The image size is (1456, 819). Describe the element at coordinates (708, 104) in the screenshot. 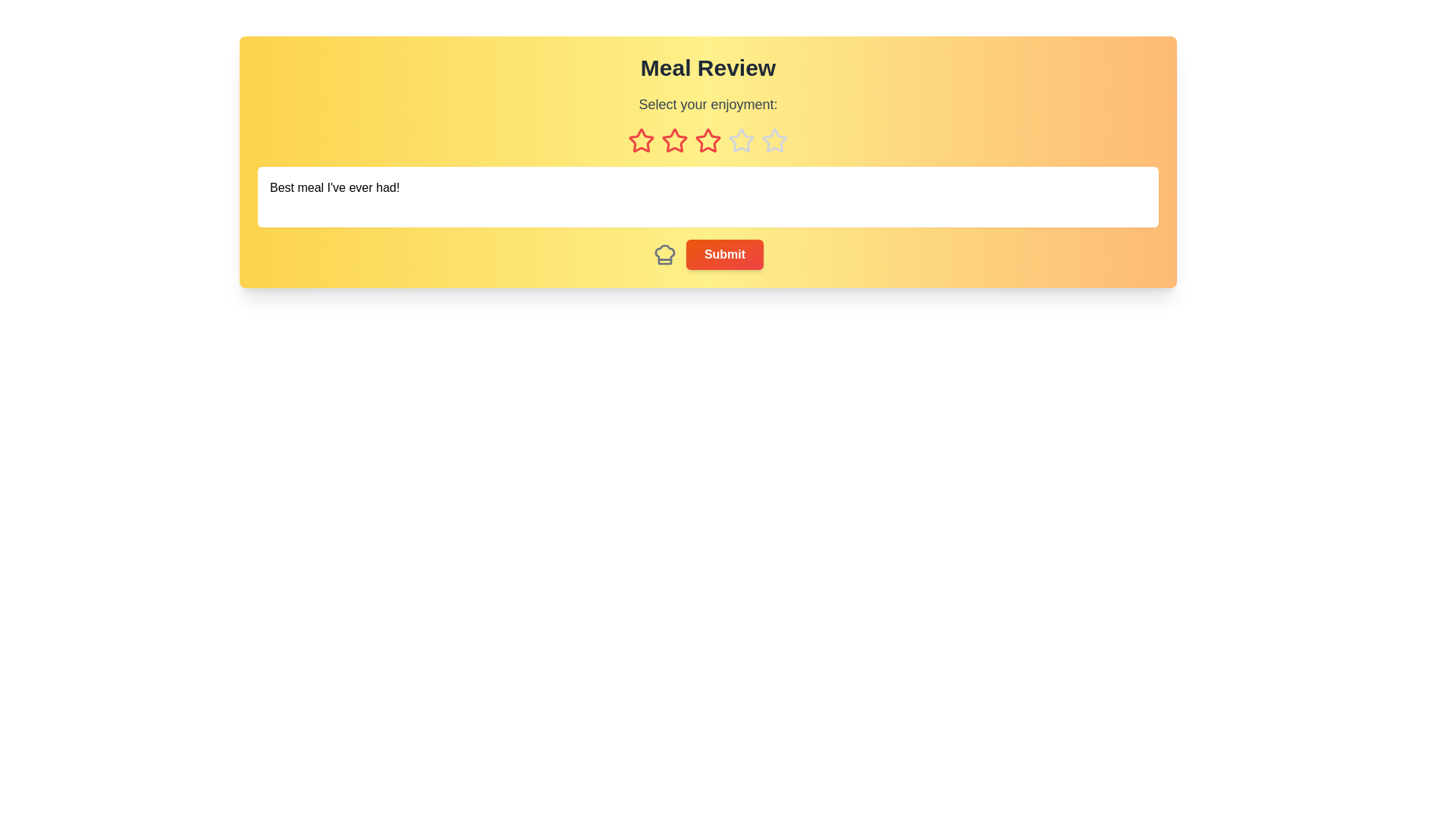

I see `the Static Text Label that reads 'Select your enjoyment:' which is positioned under the title 'Meal Review' and above the star rating icons` at that location.